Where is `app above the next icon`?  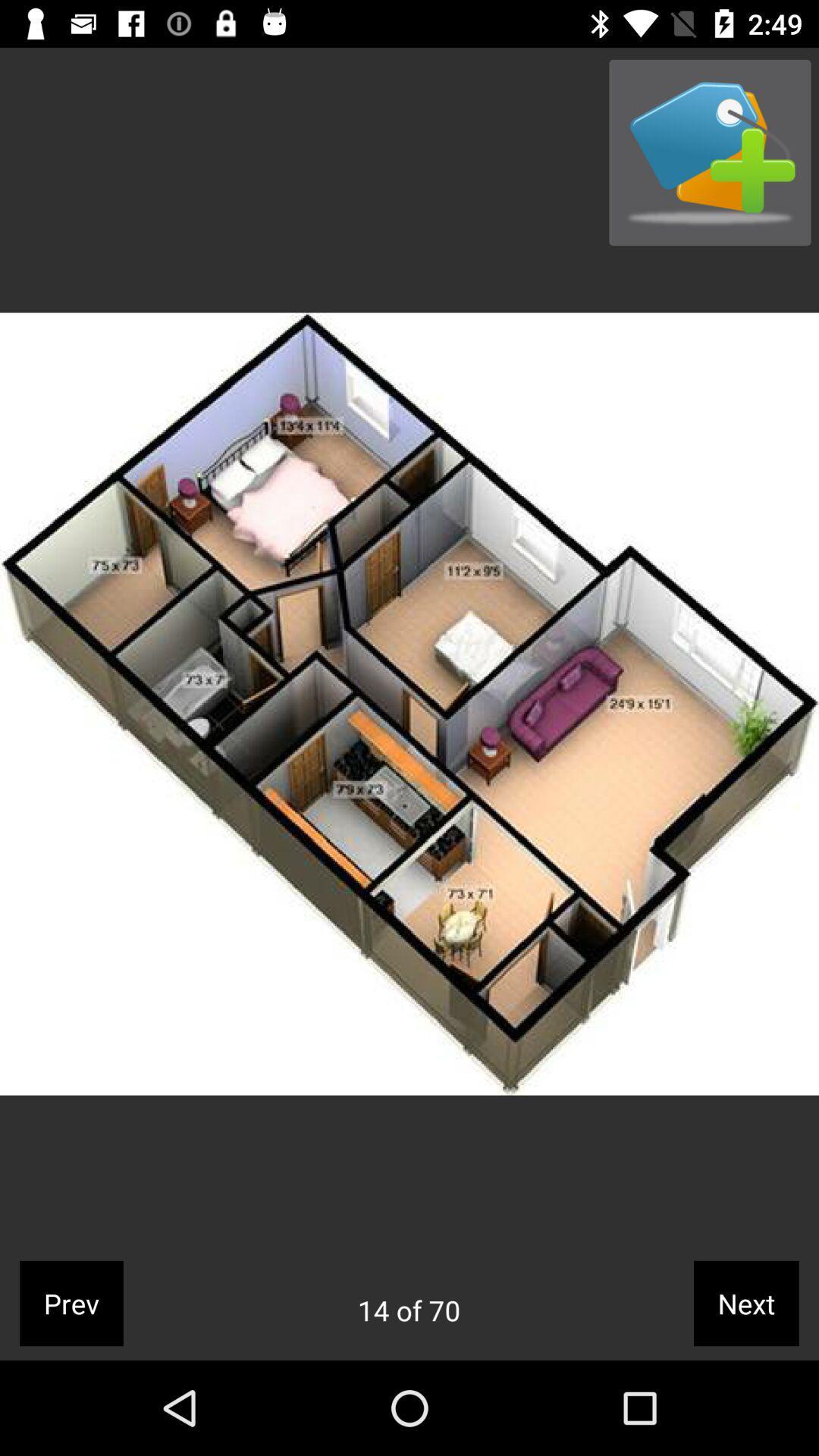
app above the next icon is located at coordinates (710, 152).